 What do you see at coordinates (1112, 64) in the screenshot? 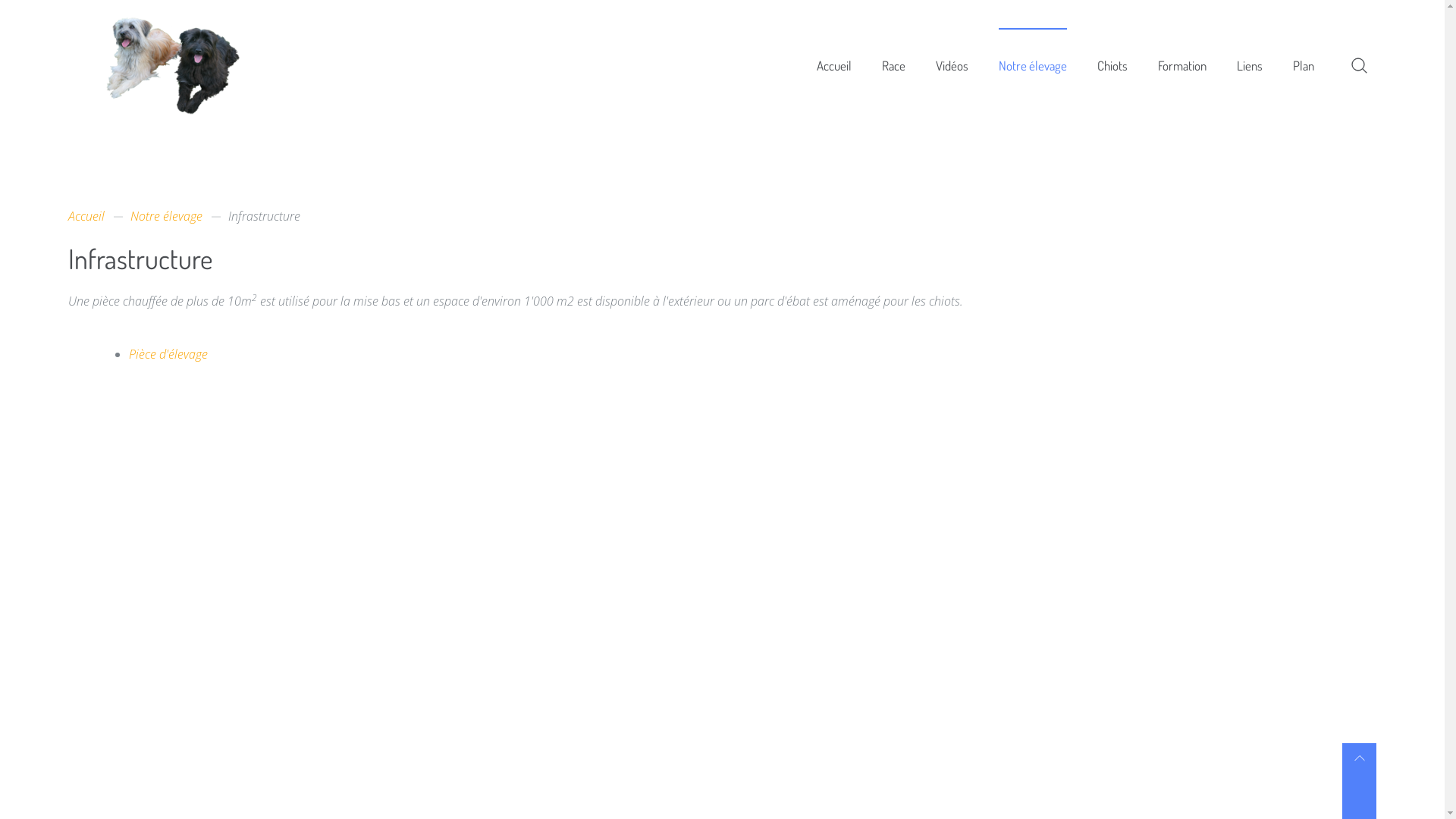
I see `'Chiots'` at bounding box center [1112, 64].